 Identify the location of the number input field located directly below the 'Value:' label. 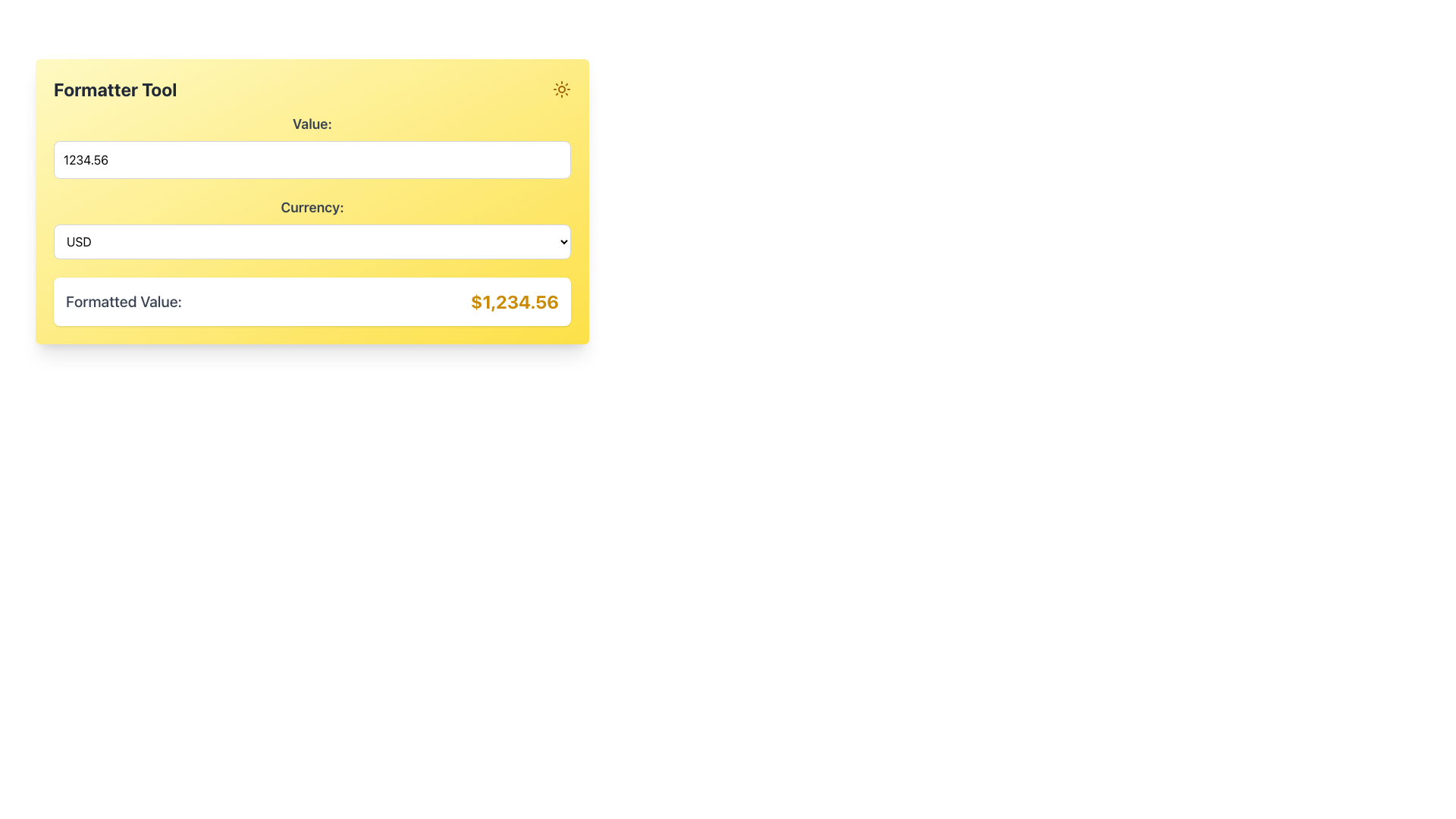
(312, 146).